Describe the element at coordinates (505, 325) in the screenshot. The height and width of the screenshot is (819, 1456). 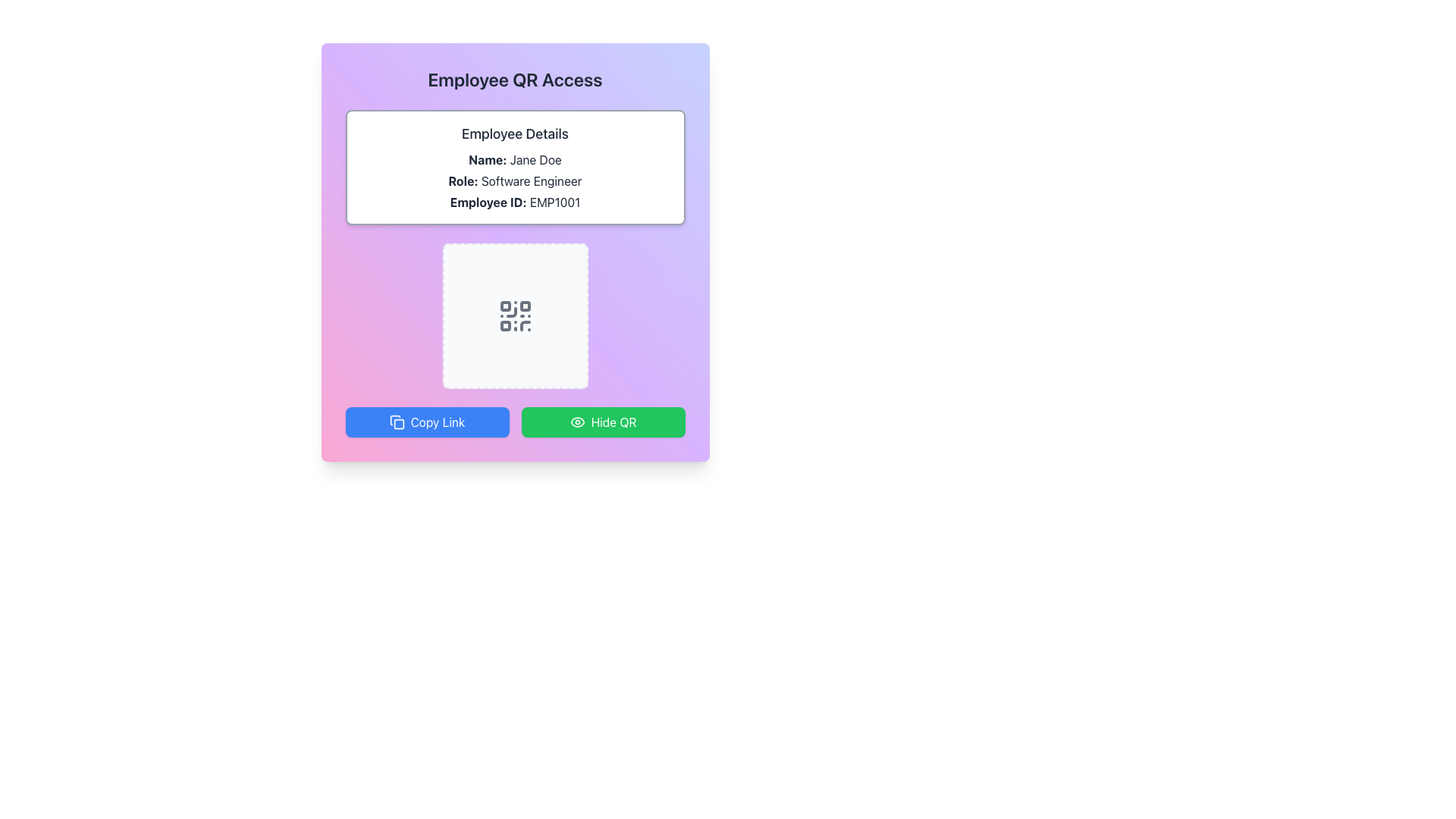
I see `the bottom-left small square of the QR code module that encodes employee information` at that location.